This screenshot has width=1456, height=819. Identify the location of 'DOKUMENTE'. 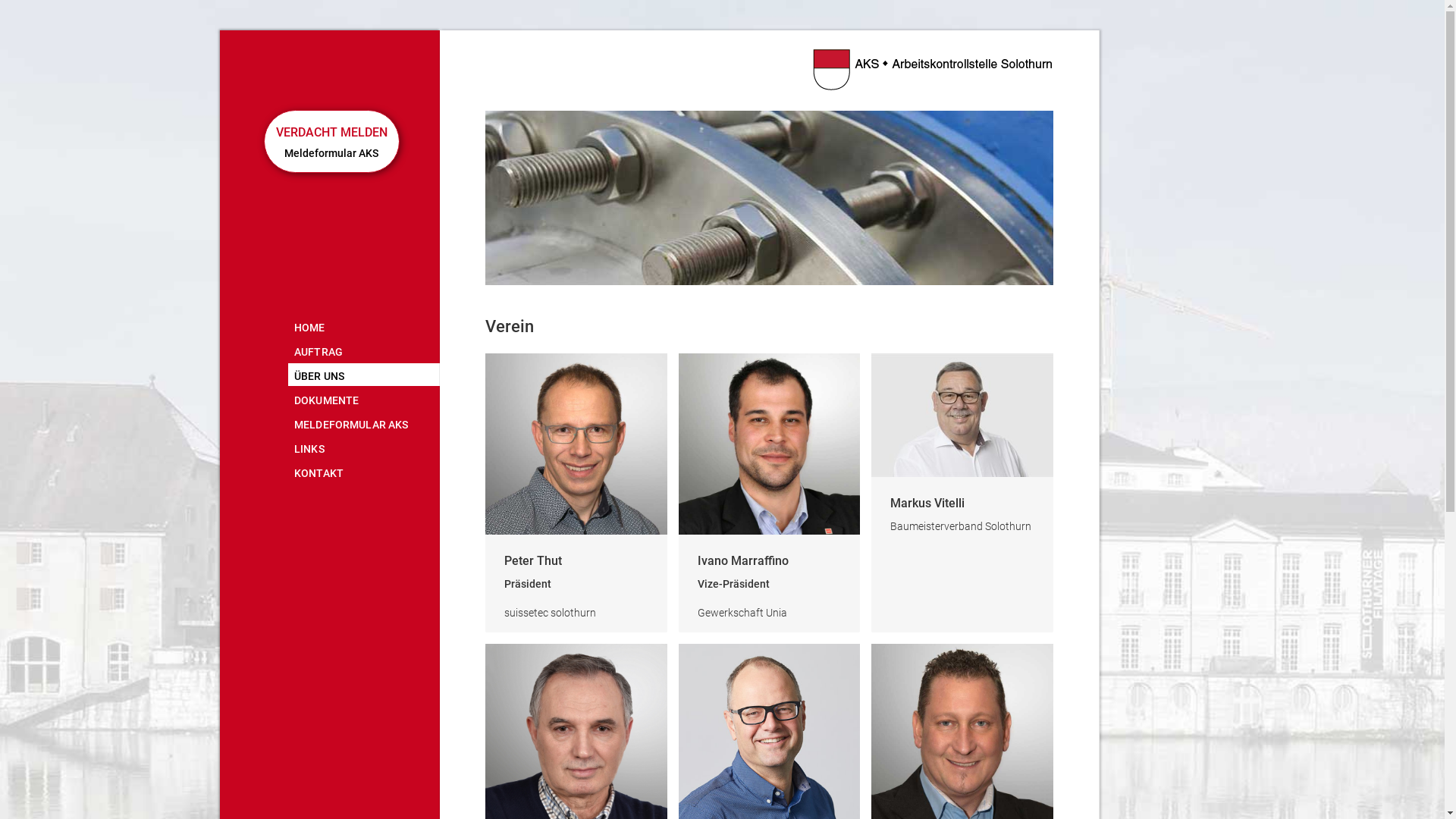
(364, 397).